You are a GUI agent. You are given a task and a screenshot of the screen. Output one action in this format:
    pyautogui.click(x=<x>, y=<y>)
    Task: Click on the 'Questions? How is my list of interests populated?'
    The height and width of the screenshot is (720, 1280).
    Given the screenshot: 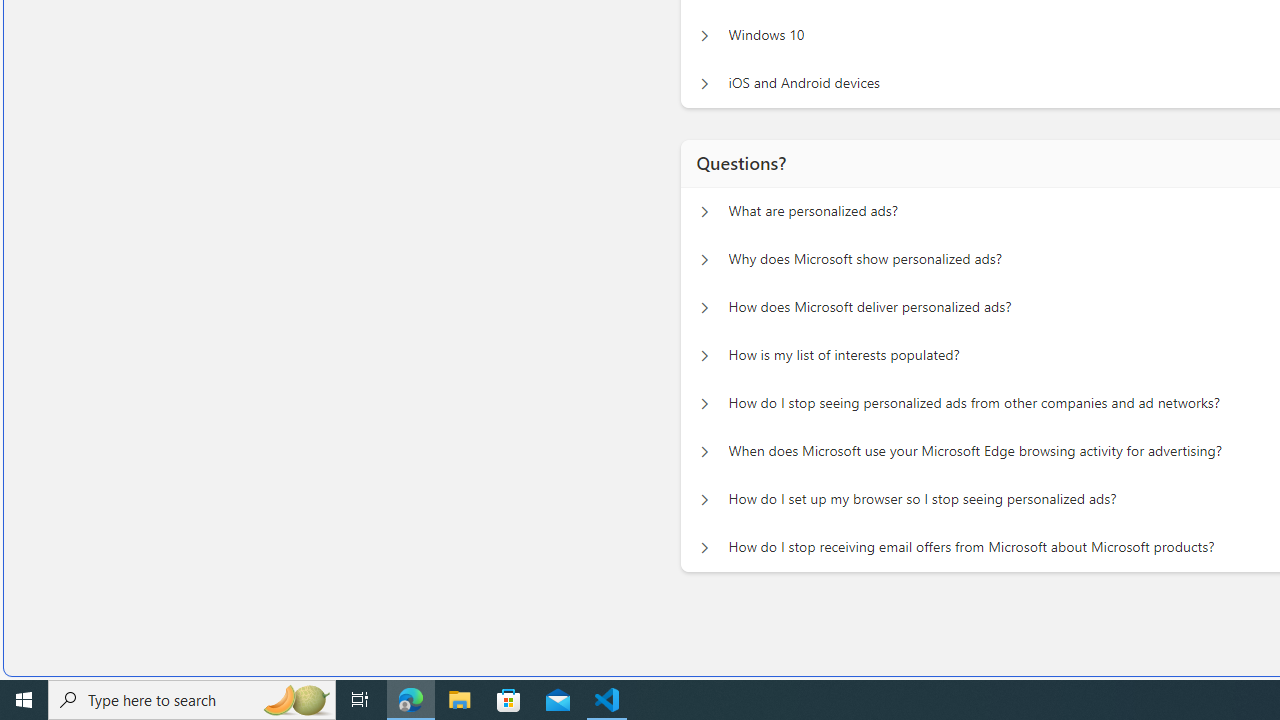 What is the action you would take?
    pyautogui.click(x=704, y=350)
    